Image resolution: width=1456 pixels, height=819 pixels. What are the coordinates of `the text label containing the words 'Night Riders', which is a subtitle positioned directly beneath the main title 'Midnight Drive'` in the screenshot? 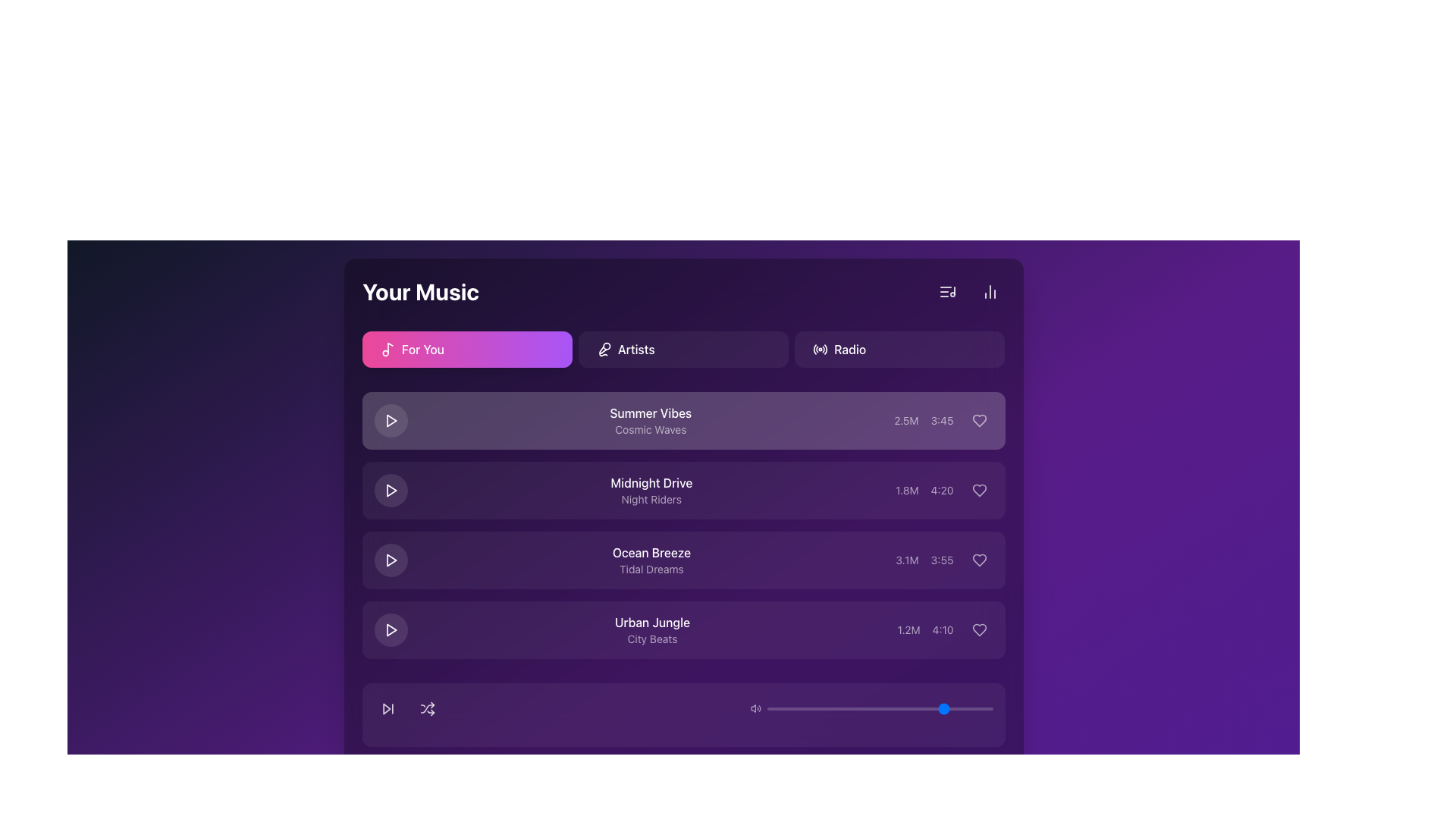 It's located at (651, 500).